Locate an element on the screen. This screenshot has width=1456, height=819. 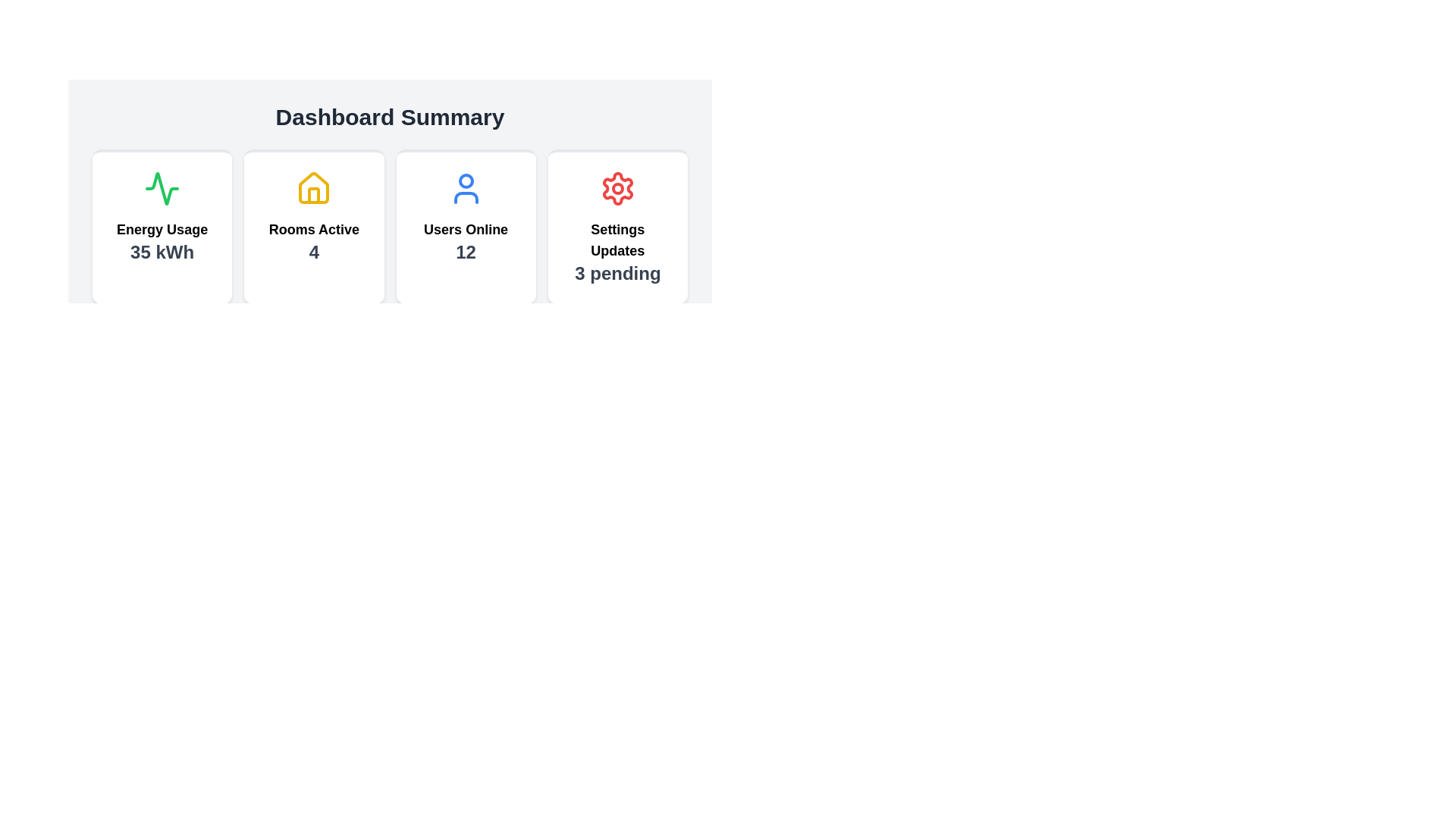
bold number '4' displayed in dark gray beneath the 'Rooms Active' text within the second card of the dashboard layout is located at coordinates (313, 251).